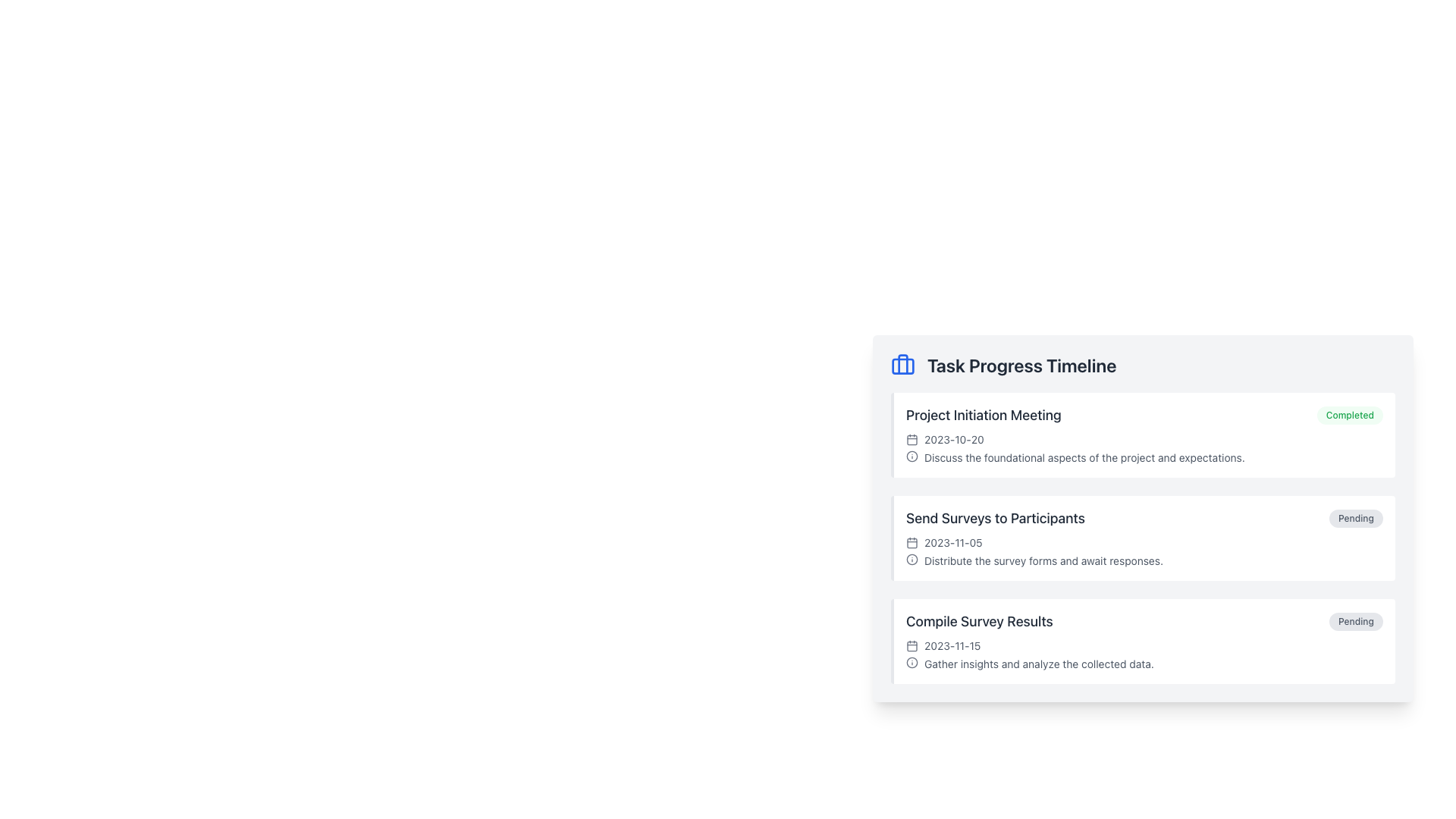 This screenshot has height=819, width=1456. What do you see at coordinates (912, 559) in the screenshot?
I see `the circular graphical component in the SVG element, which serves as part of an icon or visual representation located in the middle section of the interface` at bounding box center [912, 559].